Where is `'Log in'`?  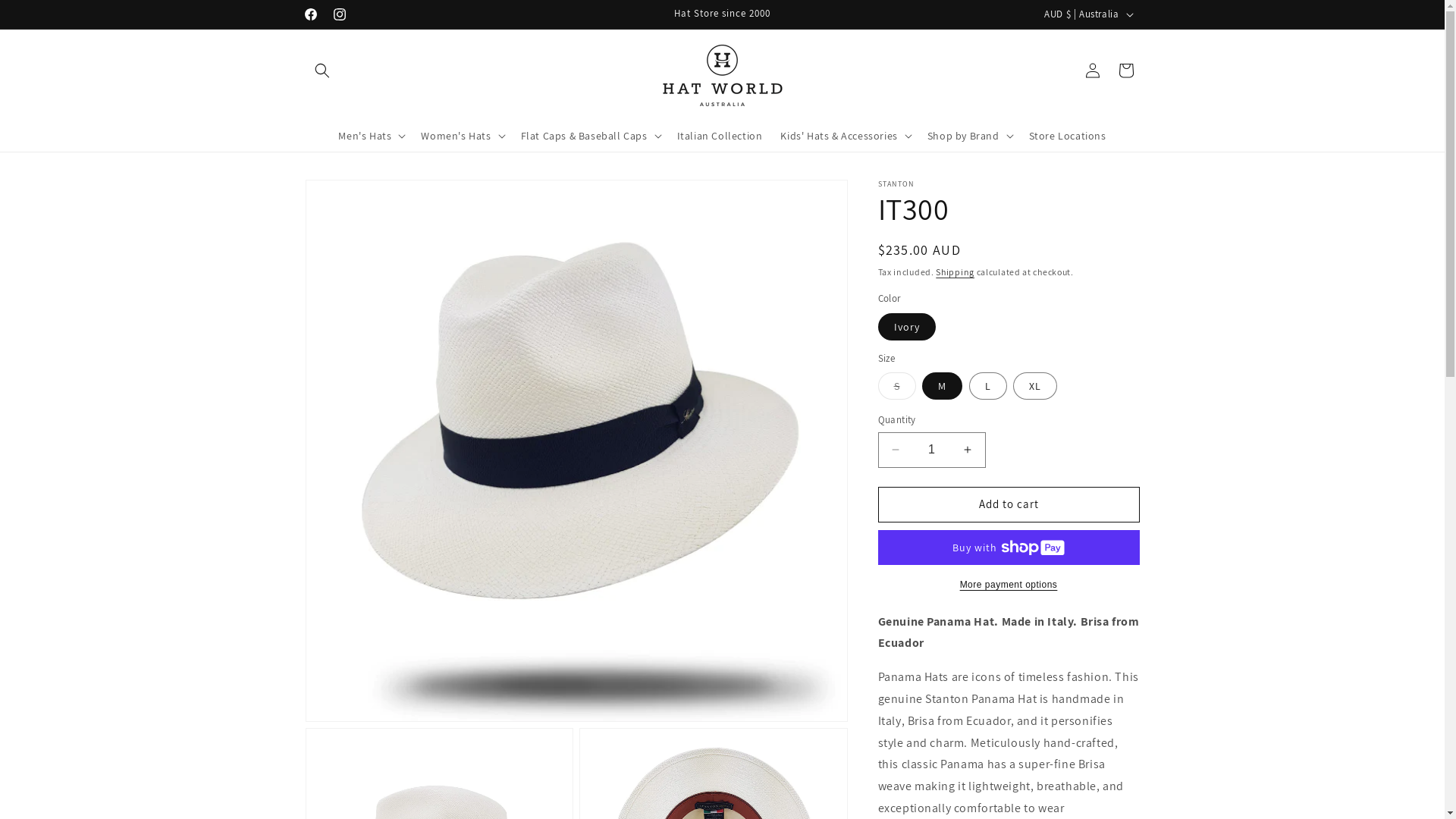
'Log in' is located at coordinates (1092, 70).